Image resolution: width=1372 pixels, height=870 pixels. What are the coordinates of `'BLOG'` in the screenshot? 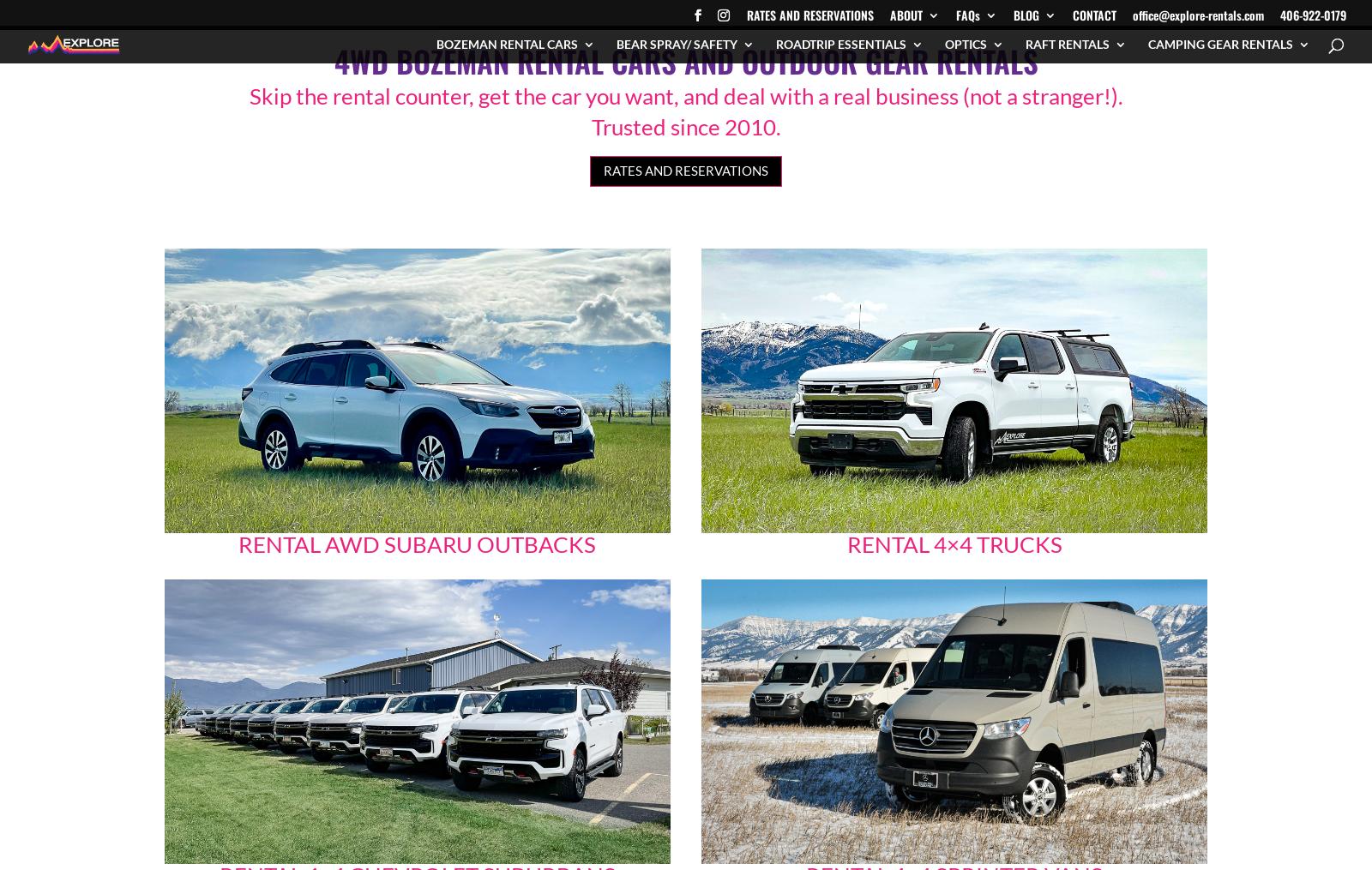 It's located at (1026, 13).